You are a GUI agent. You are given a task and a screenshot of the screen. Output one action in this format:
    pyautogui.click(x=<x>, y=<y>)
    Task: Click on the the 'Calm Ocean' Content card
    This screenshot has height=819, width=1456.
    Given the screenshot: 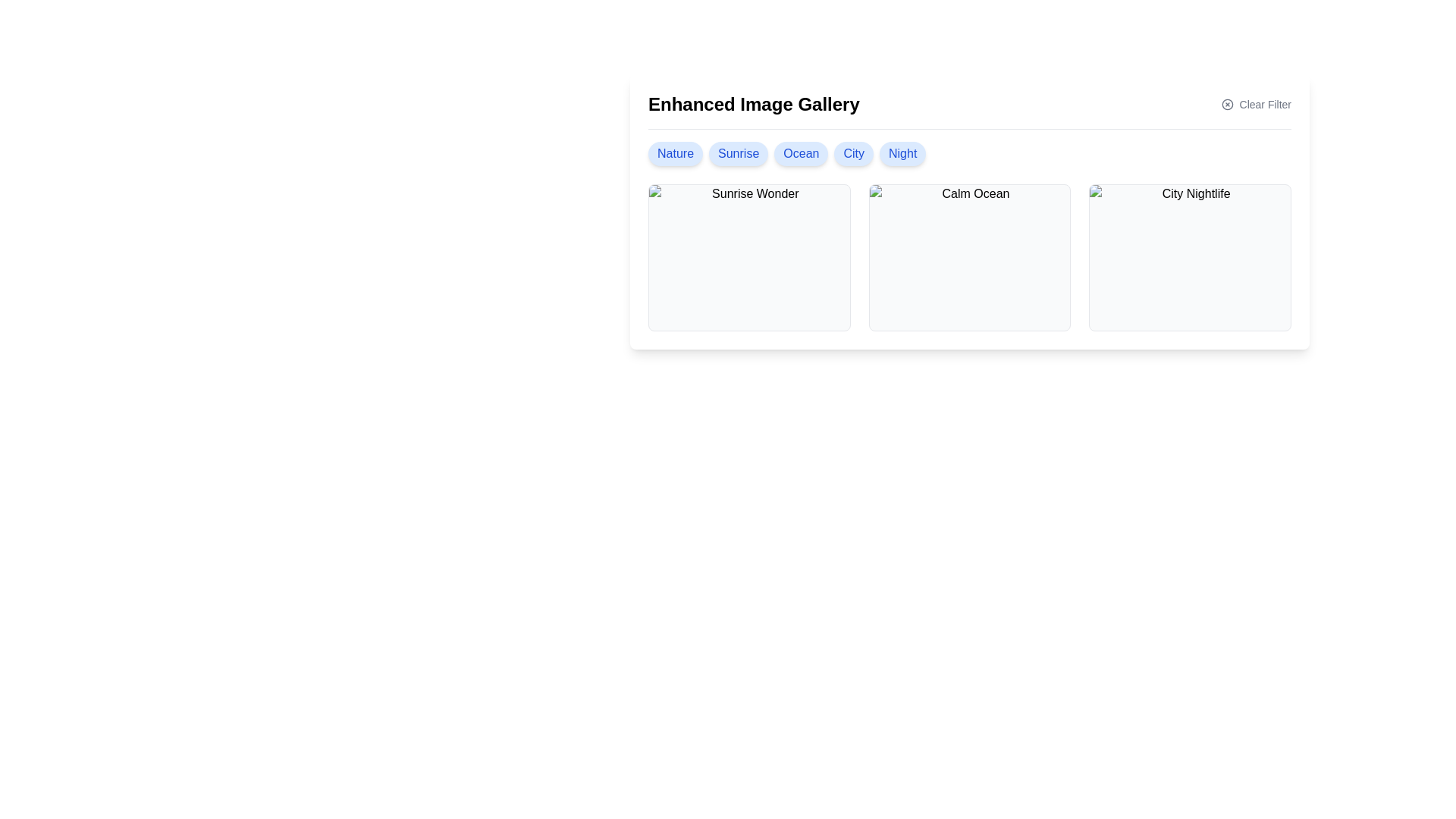 What is the action you would take?
    pyautogui.click(x=968, y=256)
    